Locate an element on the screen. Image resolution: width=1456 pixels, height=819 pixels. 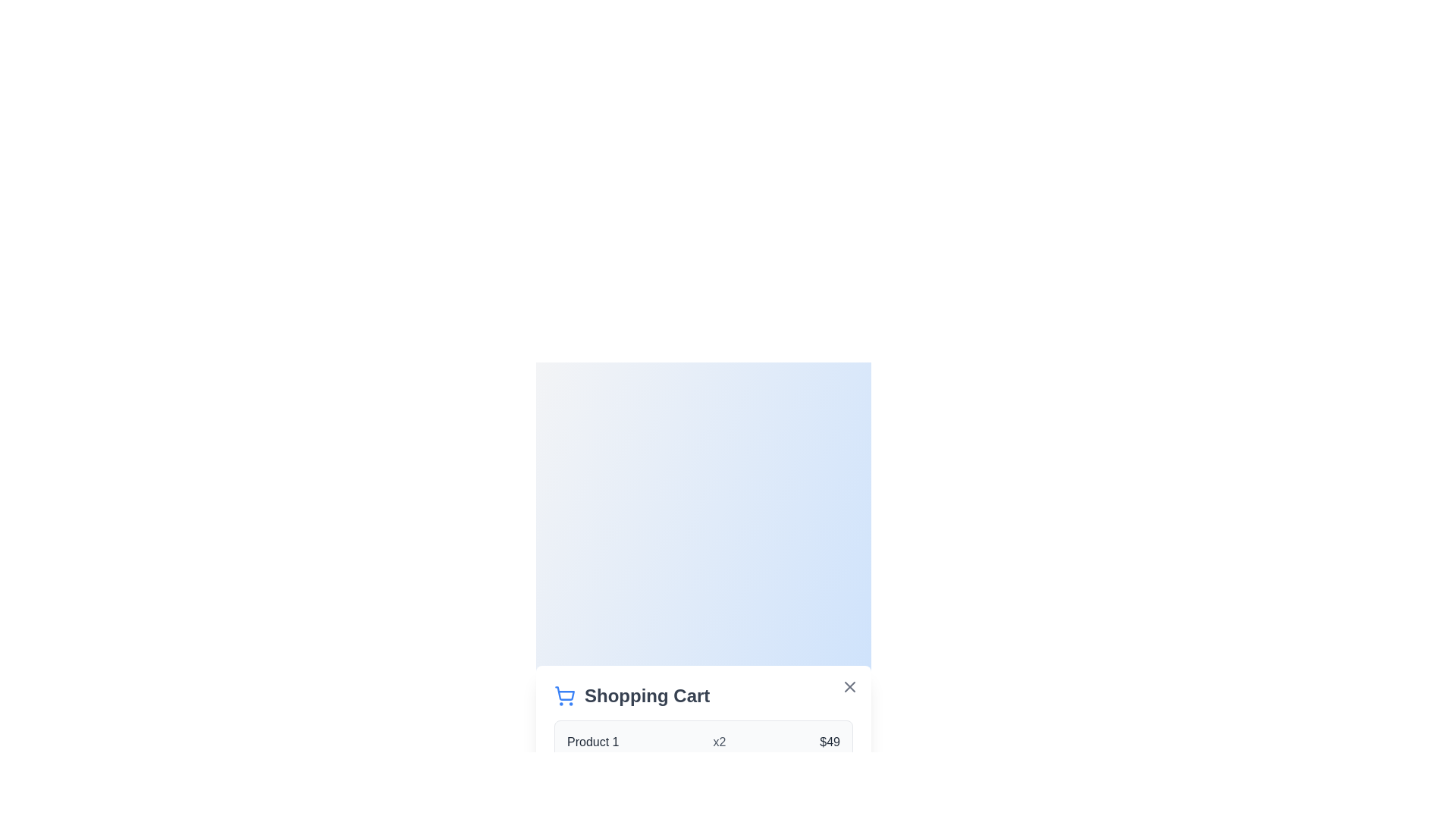
close button located at the top-right corner of the shopping cart dialog is located at coordinates (850, 687).